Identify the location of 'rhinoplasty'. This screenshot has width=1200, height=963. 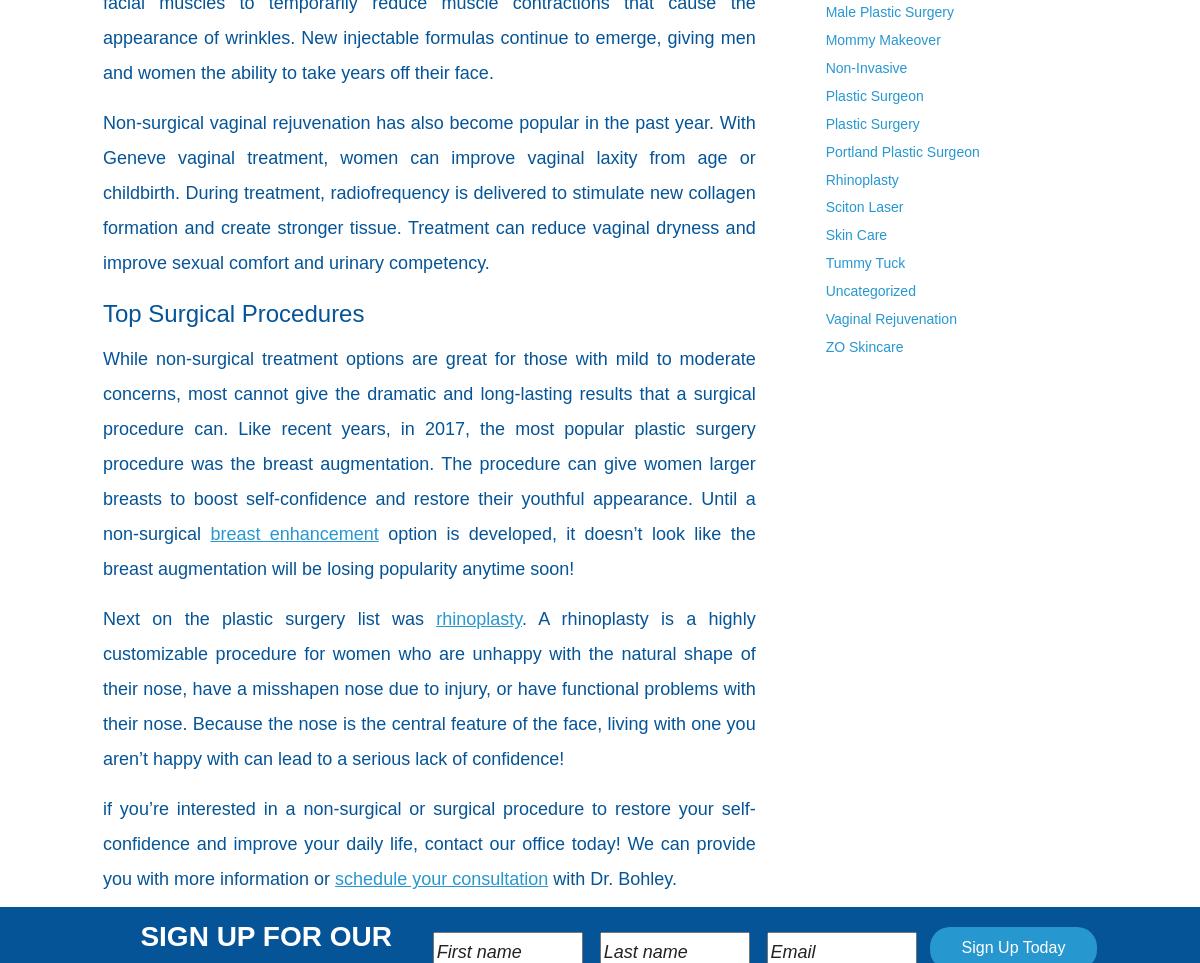
(477, 618).